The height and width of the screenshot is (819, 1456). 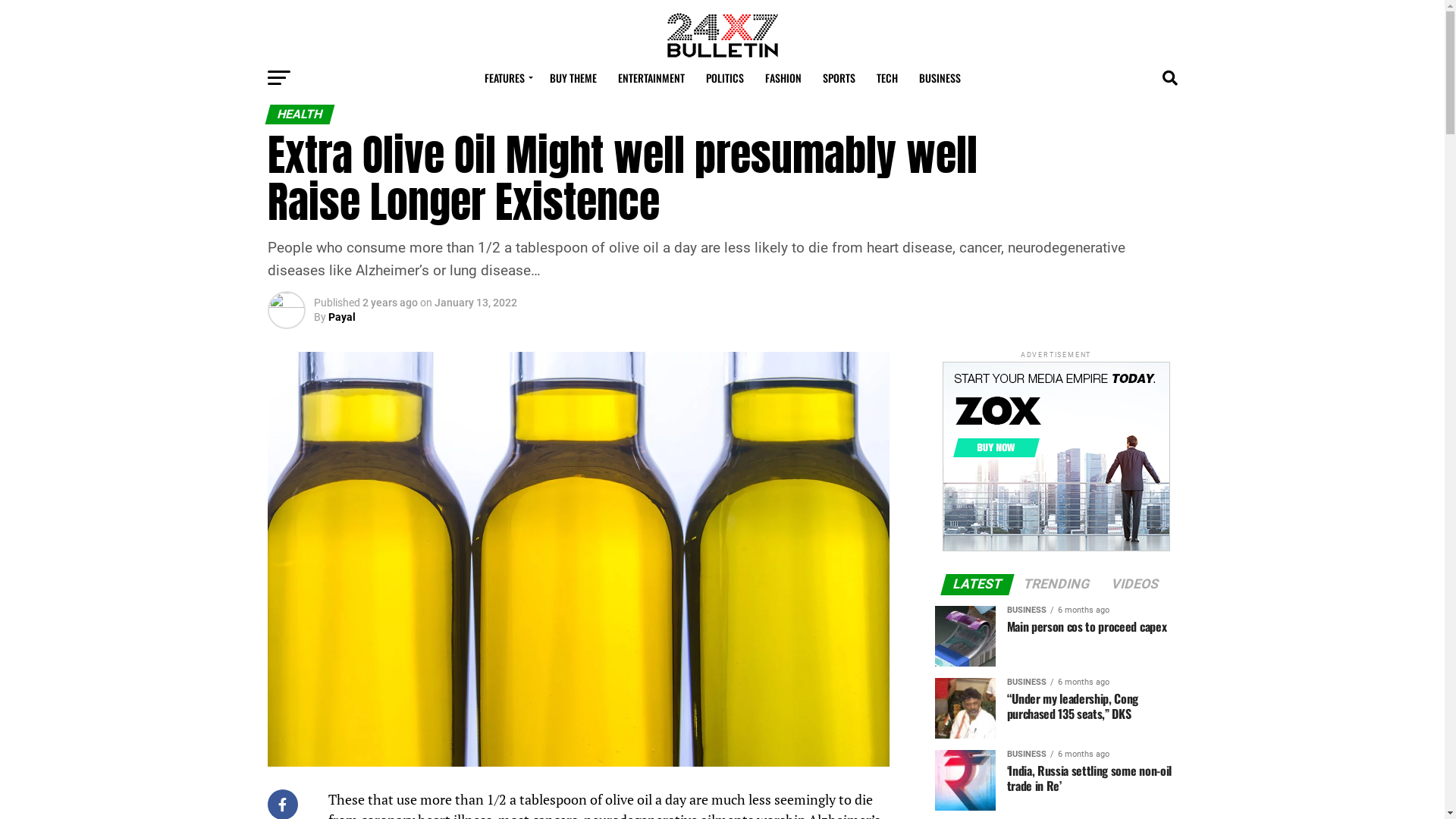 What do you see at coordinates (1014, 584) in the screenshot?
I see `'TRENDING'` at bounding box center [1014, 584].